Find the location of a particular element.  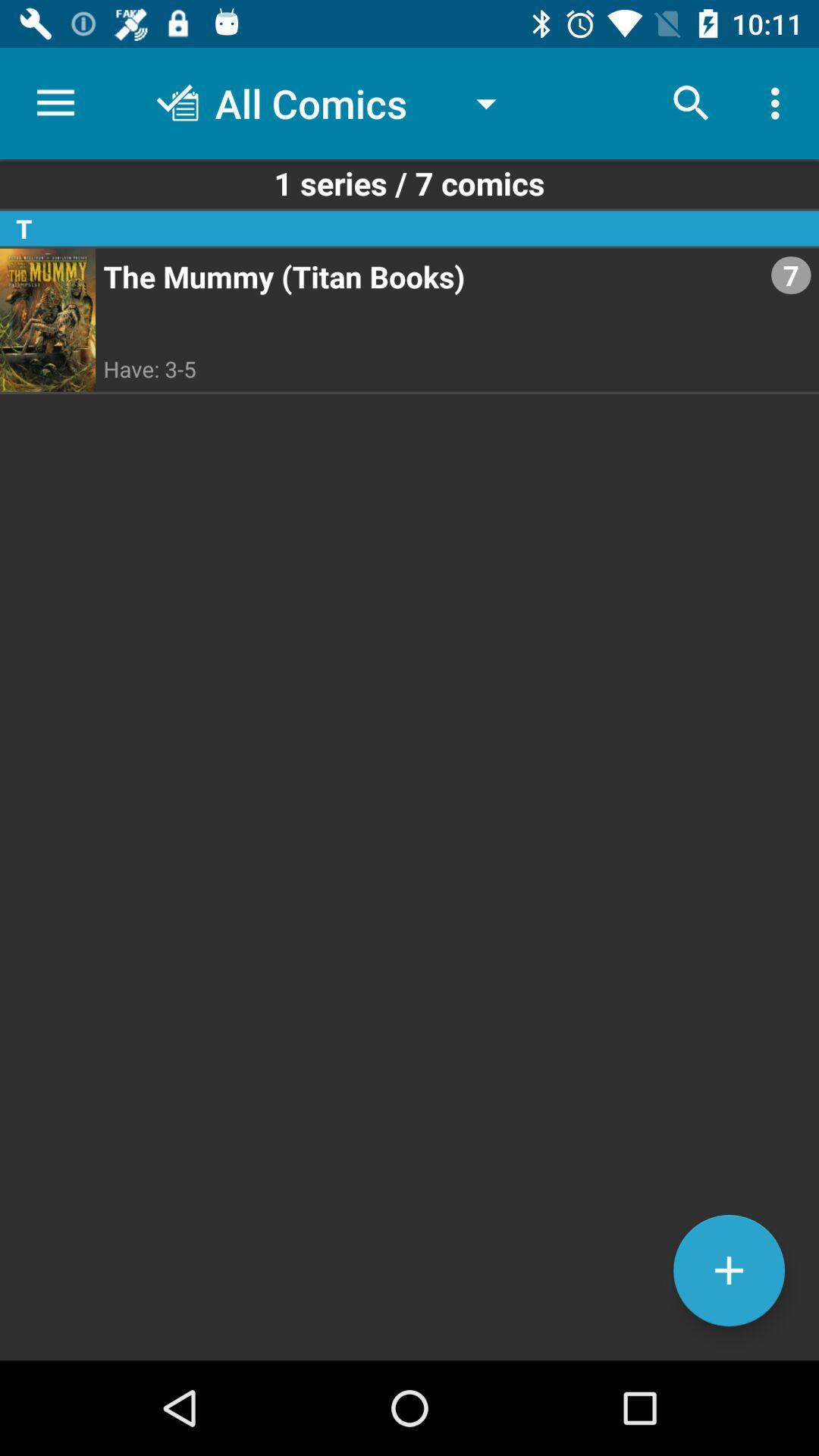

item above 1 series 7 is located at coordinates (55, 102).